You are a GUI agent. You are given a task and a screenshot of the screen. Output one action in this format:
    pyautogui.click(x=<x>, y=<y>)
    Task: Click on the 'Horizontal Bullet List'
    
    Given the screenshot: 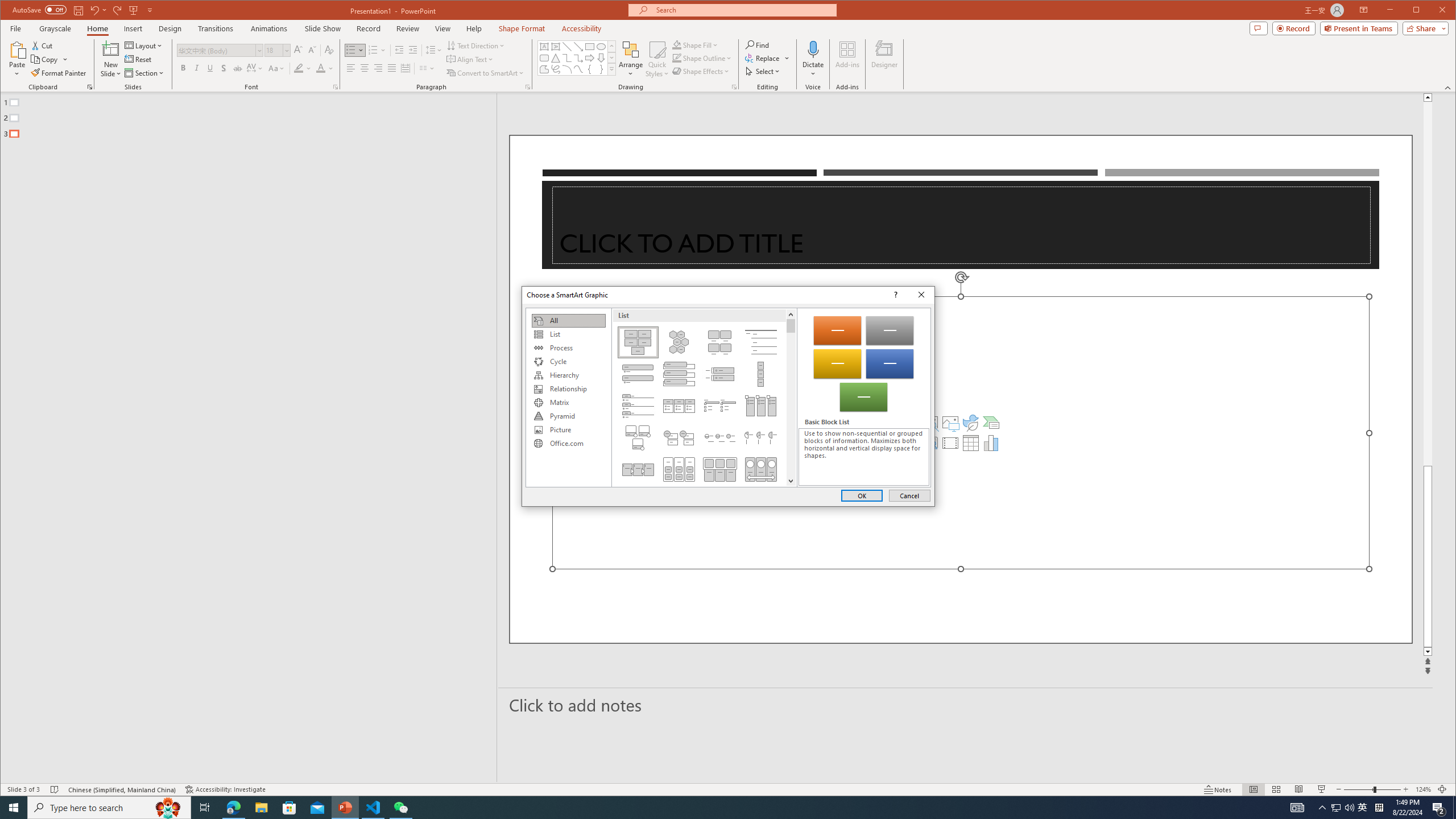 What is the action you would take?
    pyautogui.click(x=677, y=405)
    